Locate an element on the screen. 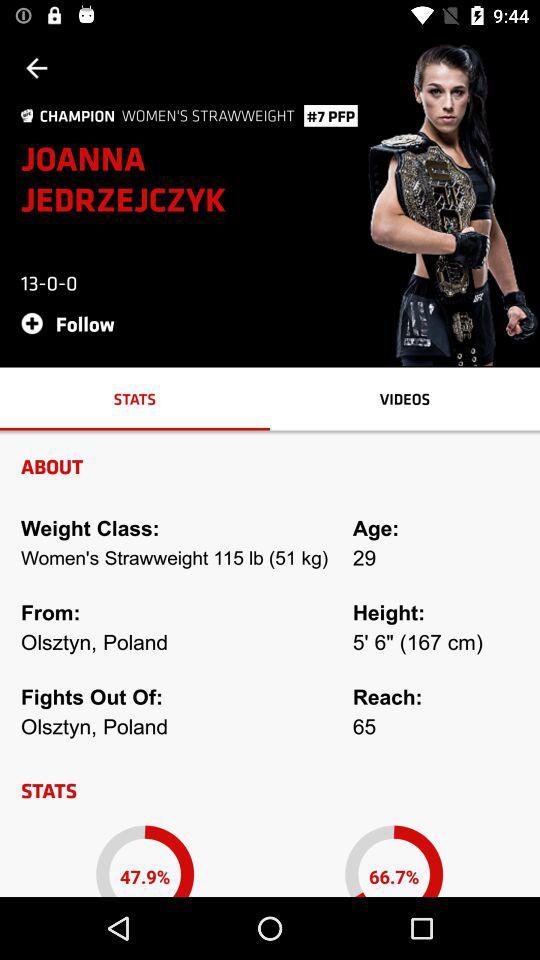  icon above stats item is located at coordinates (73, 323).